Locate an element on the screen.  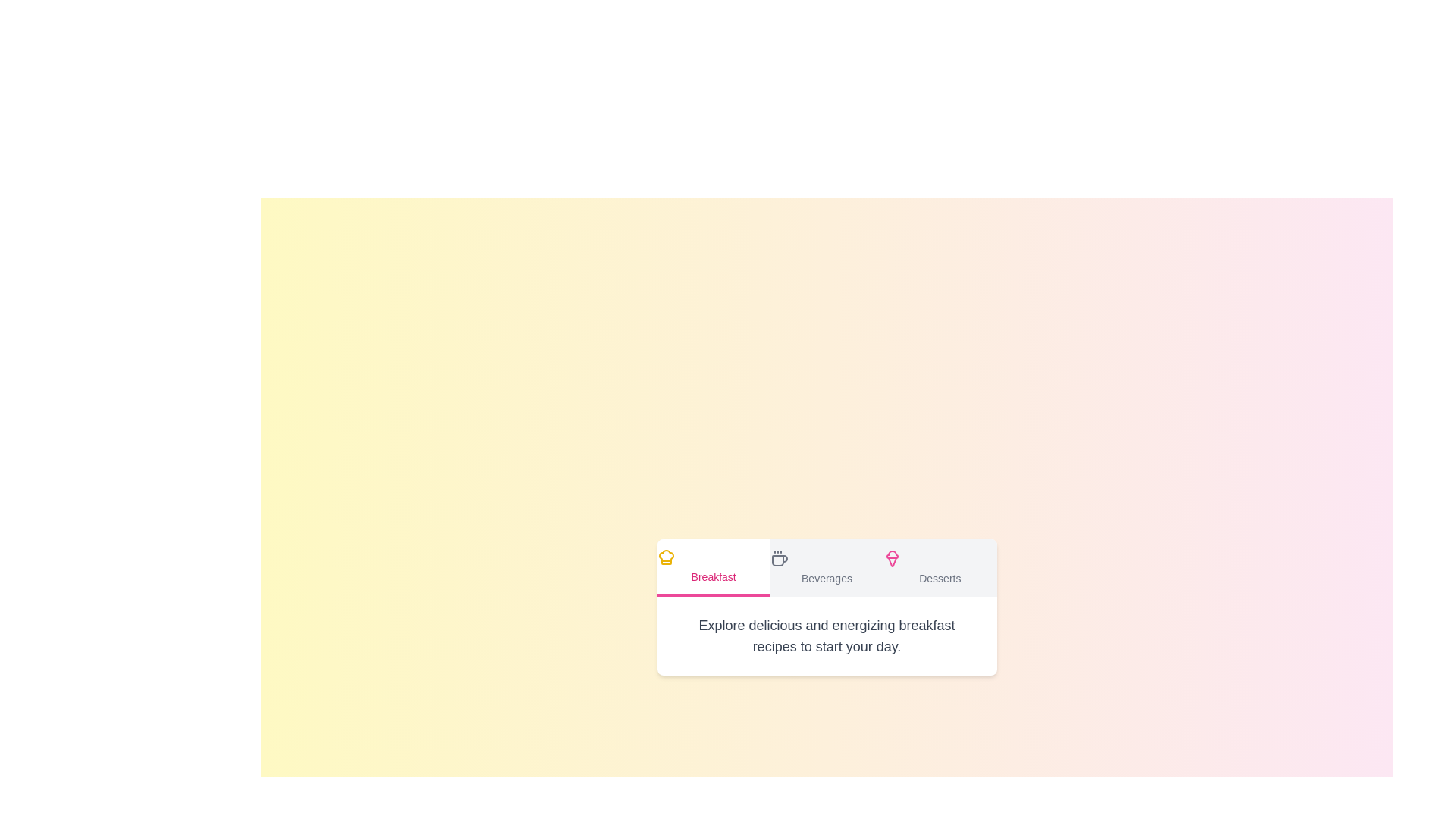
the tab labeled Beverages to display its content is located at coordinates (825, 567).